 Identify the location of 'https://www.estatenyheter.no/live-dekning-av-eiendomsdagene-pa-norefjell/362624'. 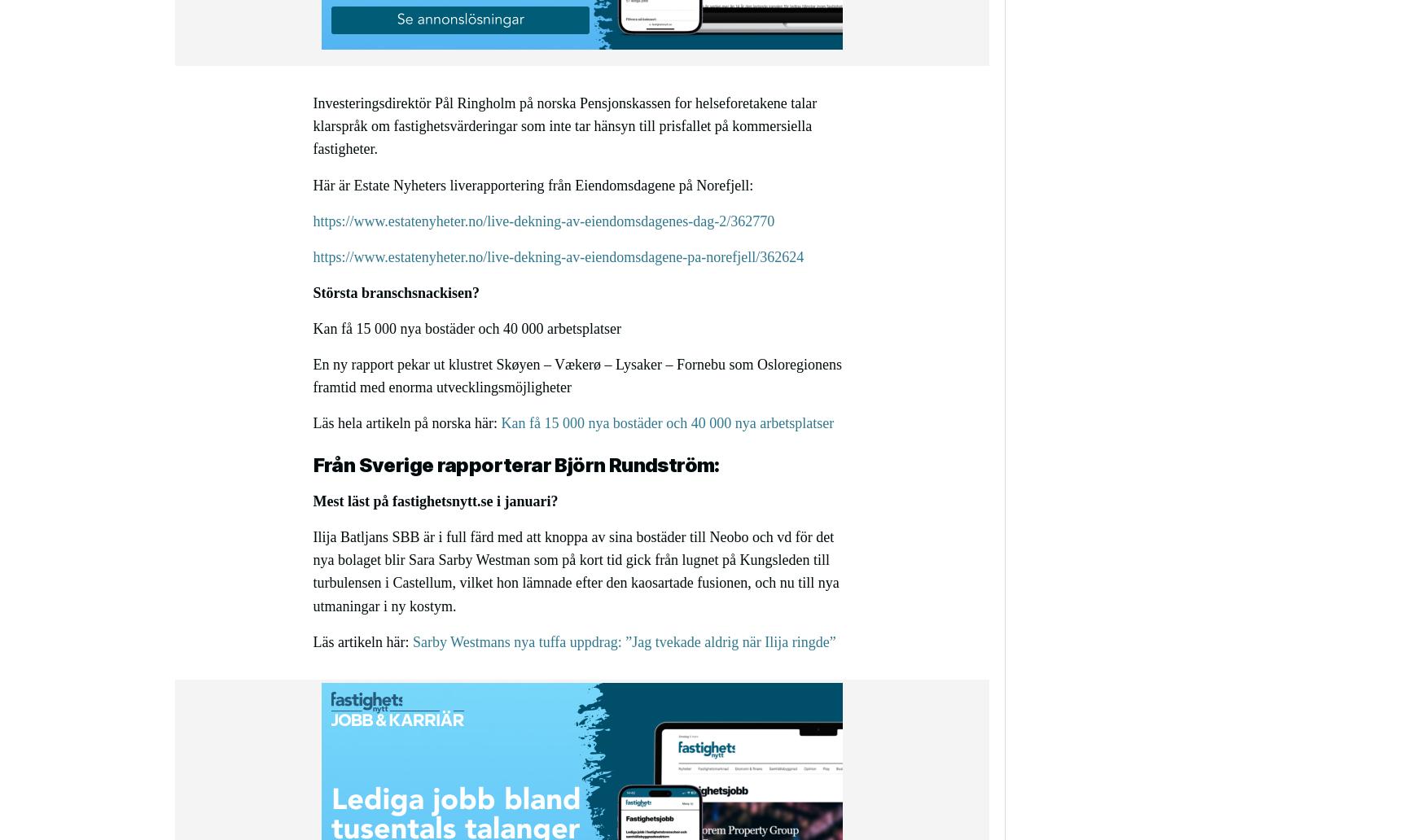
(557, 256).